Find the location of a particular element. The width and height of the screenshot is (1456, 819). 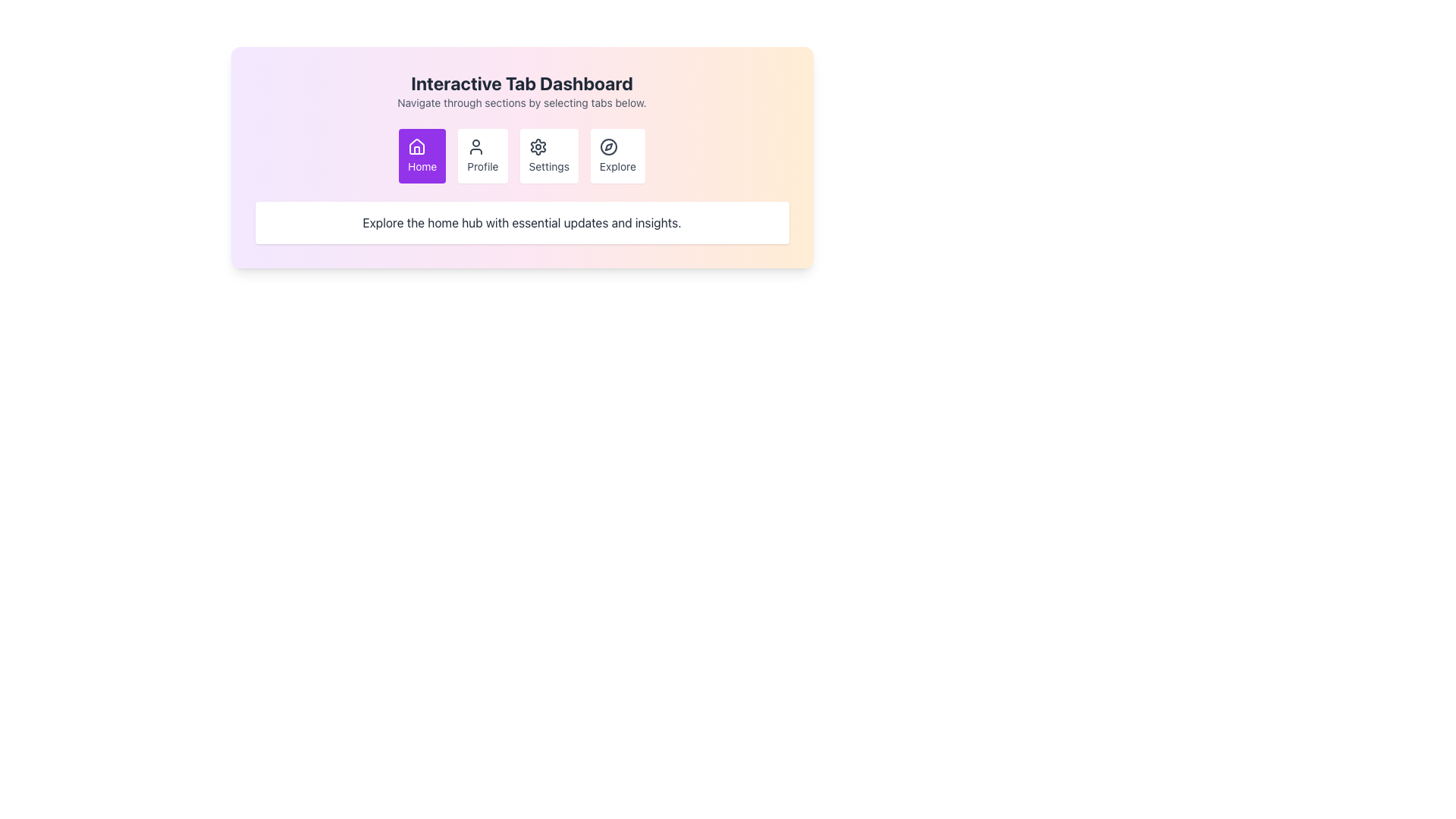

the 'Explore' button, which is a rectangular button with rounded corners, a white background, gray text, and a compass icon, located fourth in the navigation bar below the header 'Interactive Tab Dashboard' is located at coordinates (618, 155).